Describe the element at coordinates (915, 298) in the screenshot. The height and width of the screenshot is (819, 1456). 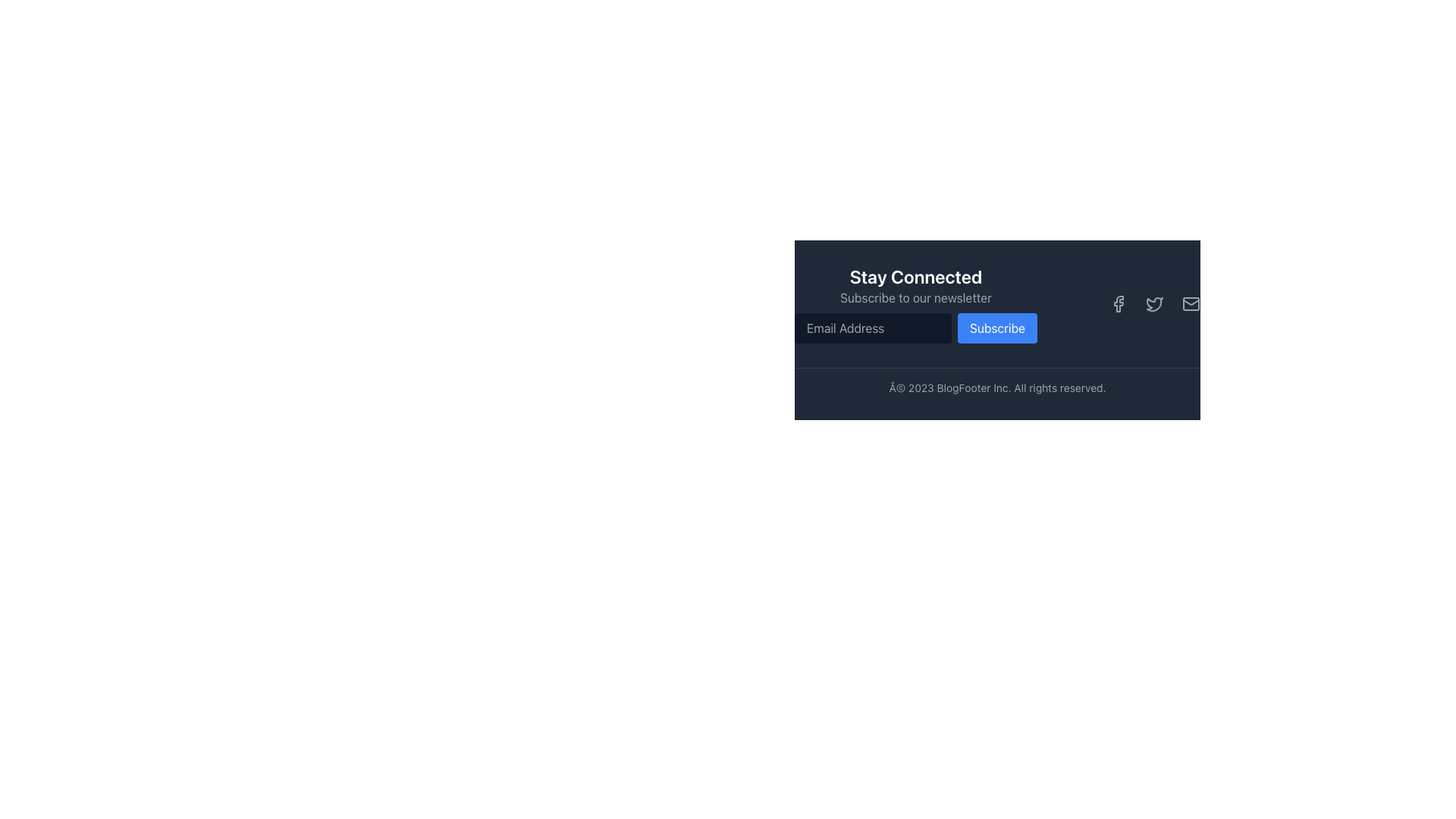
I see `the gray text 'Subscribe to our newsletter', which is located below the heading 'Stay Connected' and above the 'Email Address' input field` at that location.